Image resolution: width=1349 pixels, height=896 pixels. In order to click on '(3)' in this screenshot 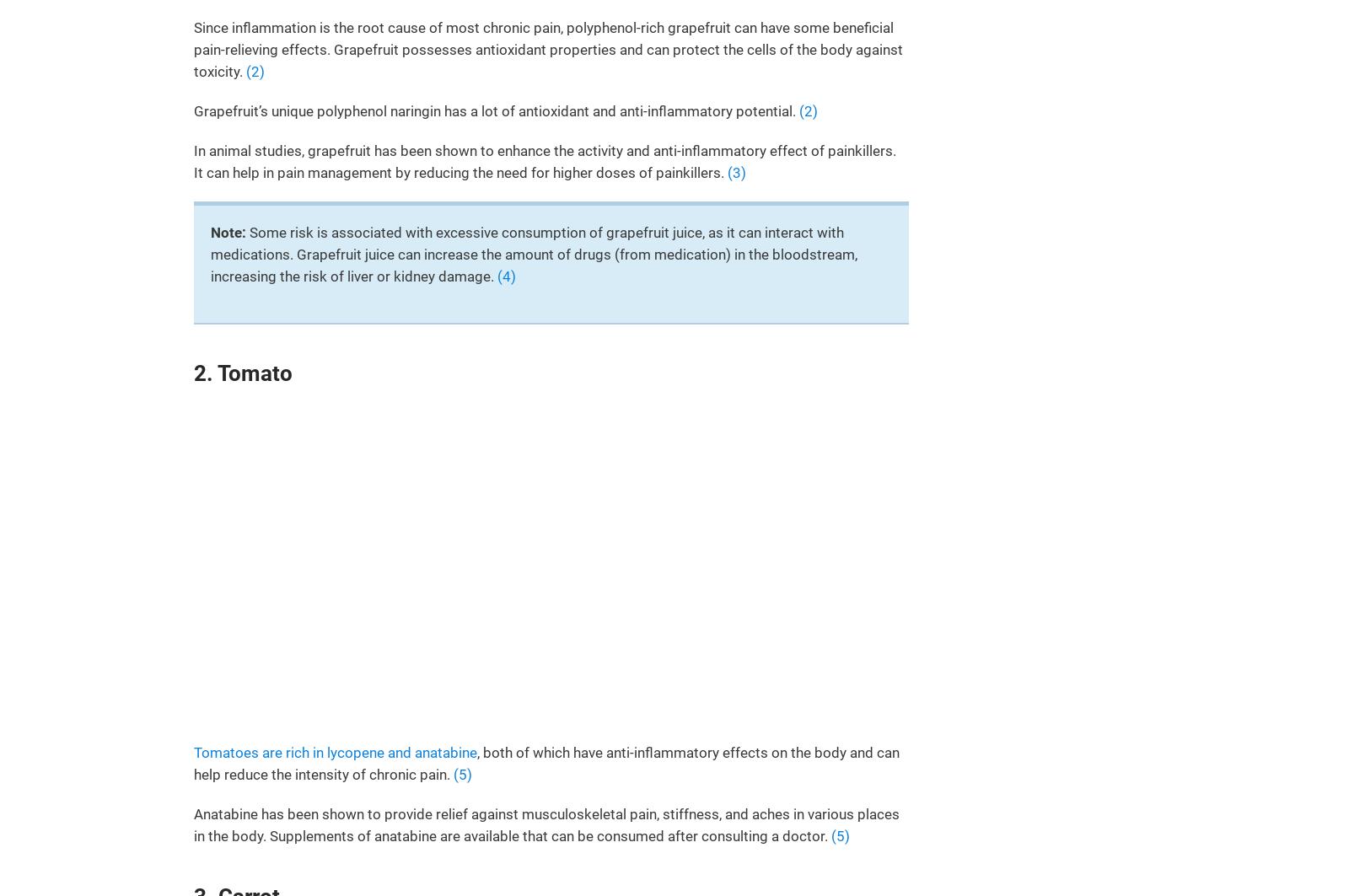, I will do `click(736, 172)`.